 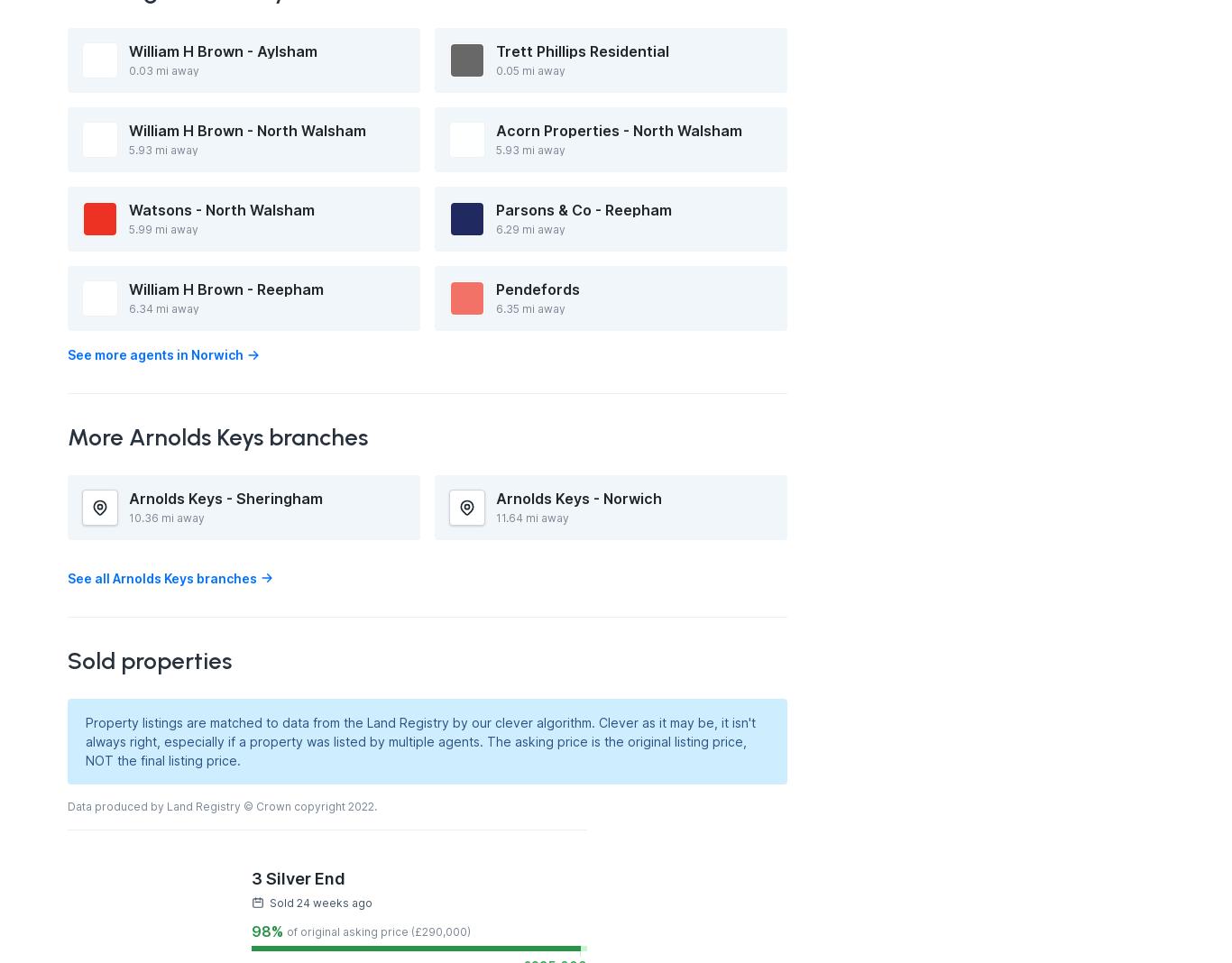 What do you see at coordinates (583, 210) in the screenshot?
I see `'Parsons & Co - Reepham'` at bounding box center [583, 210].